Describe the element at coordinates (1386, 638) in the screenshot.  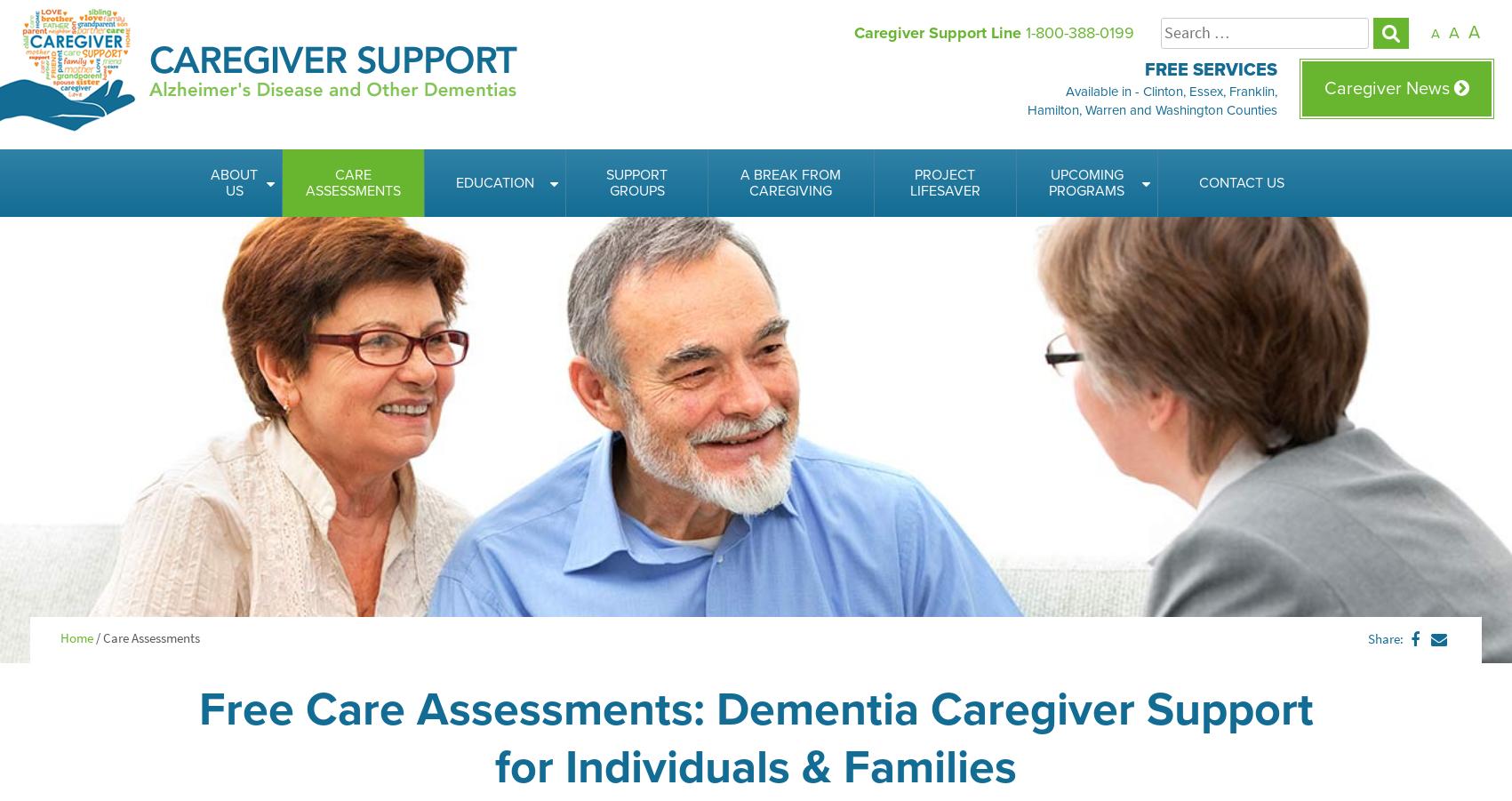
I see `'Share:'` at that location.